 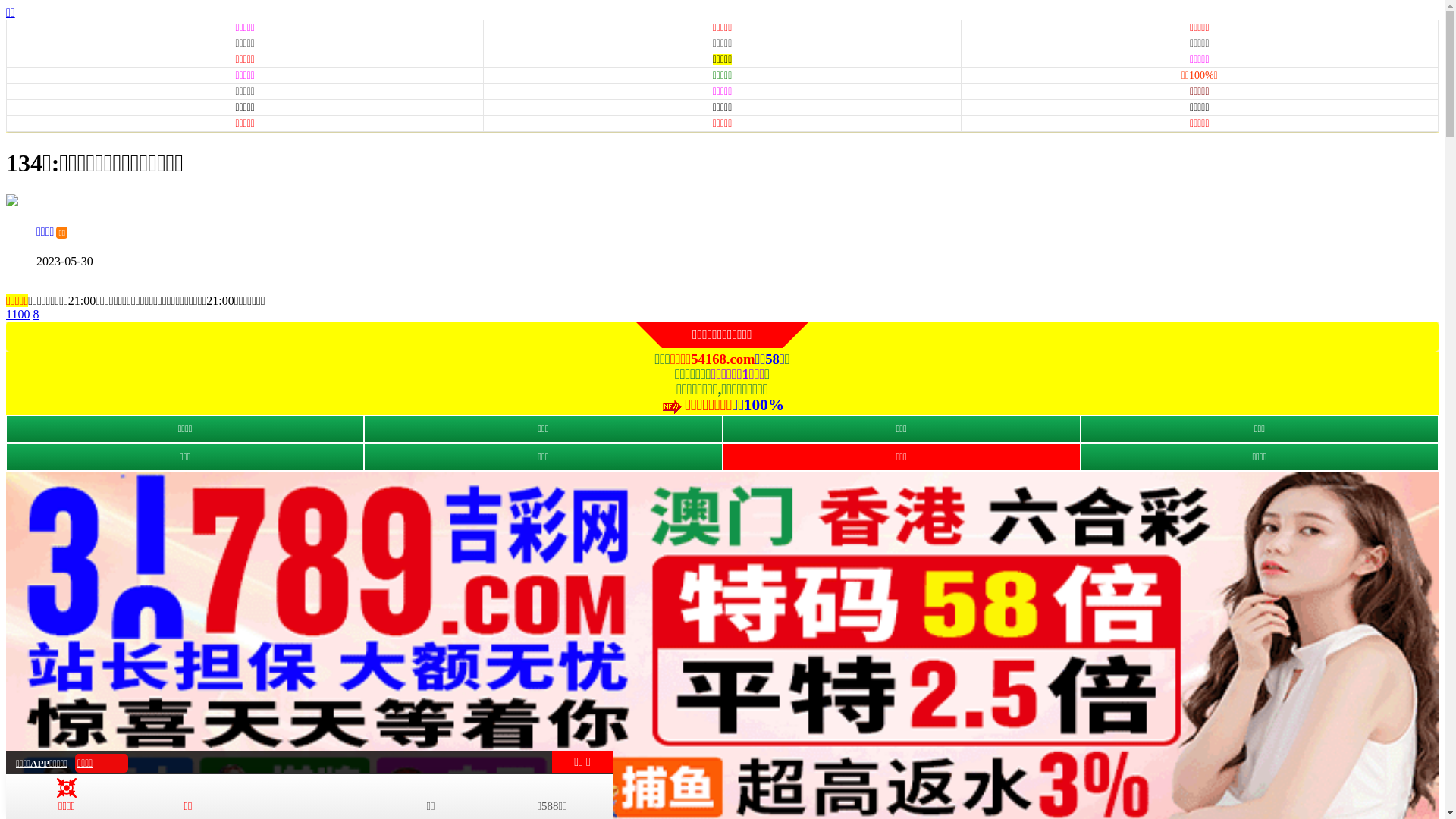 I want to click on '8', so click(x=36, y=313).